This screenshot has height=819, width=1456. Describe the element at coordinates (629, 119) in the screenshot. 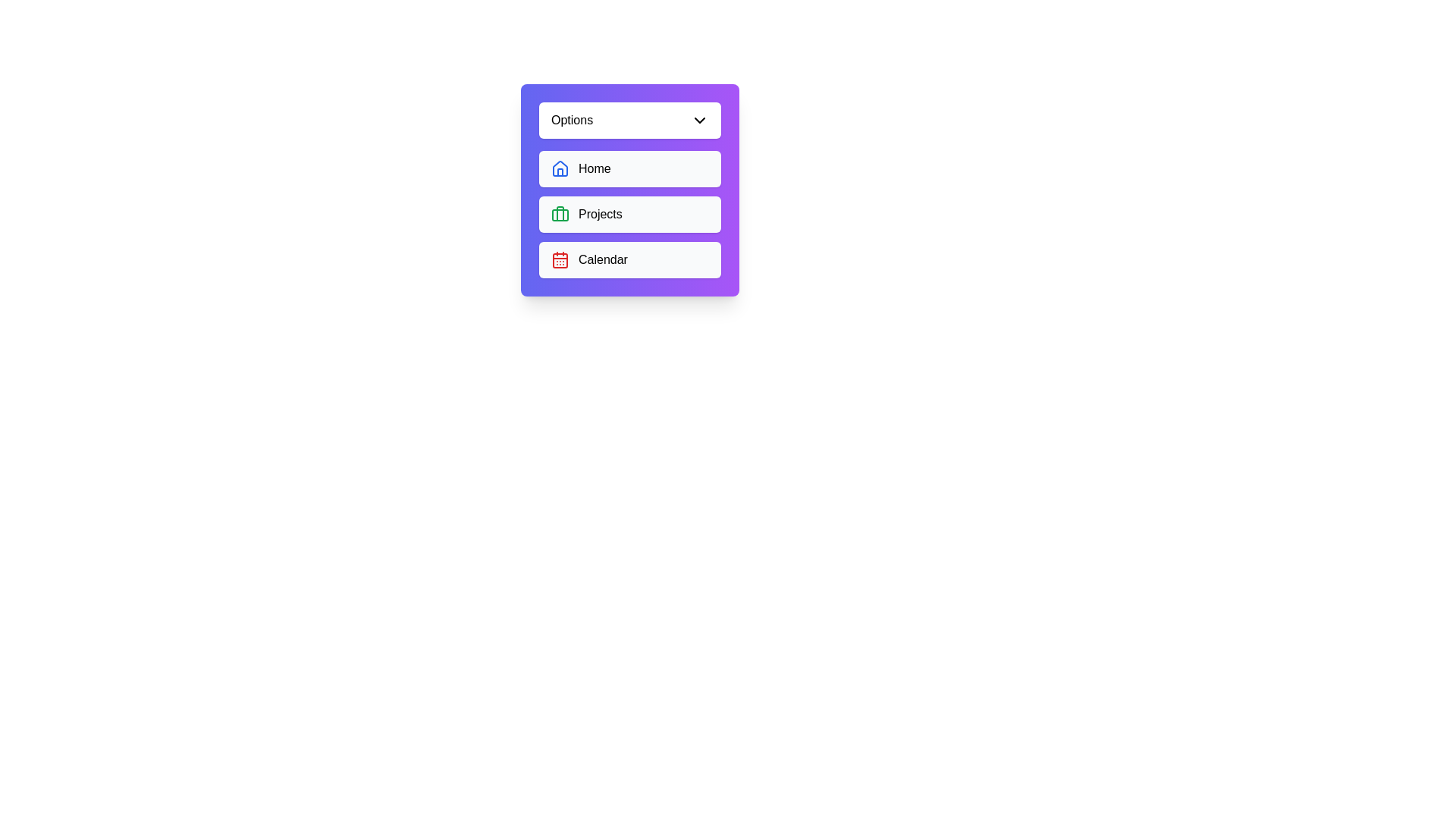

I see `Options button to toggle the visibility of the menu options` at that location.